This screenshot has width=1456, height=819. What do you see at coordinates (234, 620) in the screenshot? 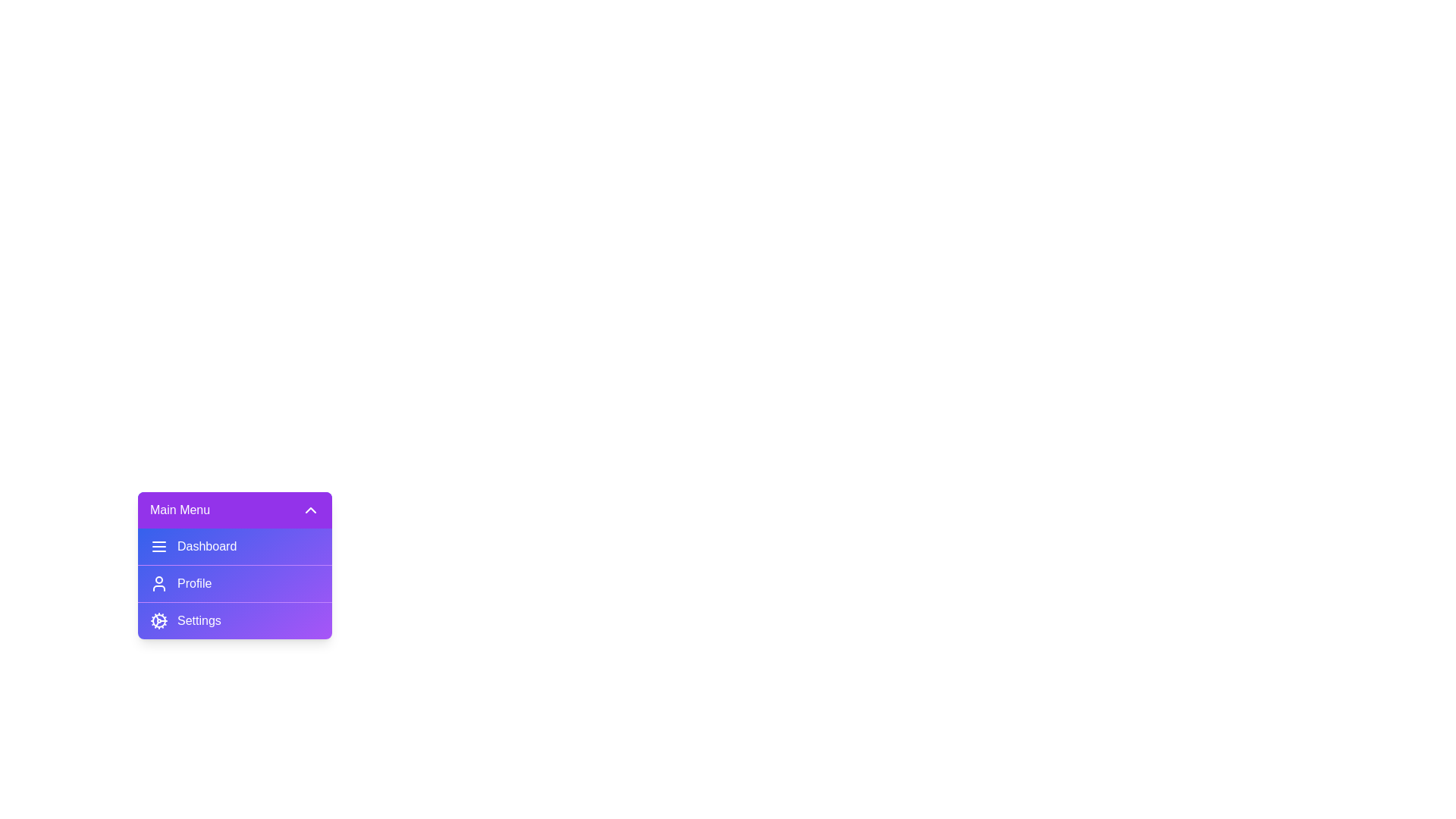
I see `the 'Settings' button, which is the third and bottommost item in a vertical list` at bounding box center [234, 620].